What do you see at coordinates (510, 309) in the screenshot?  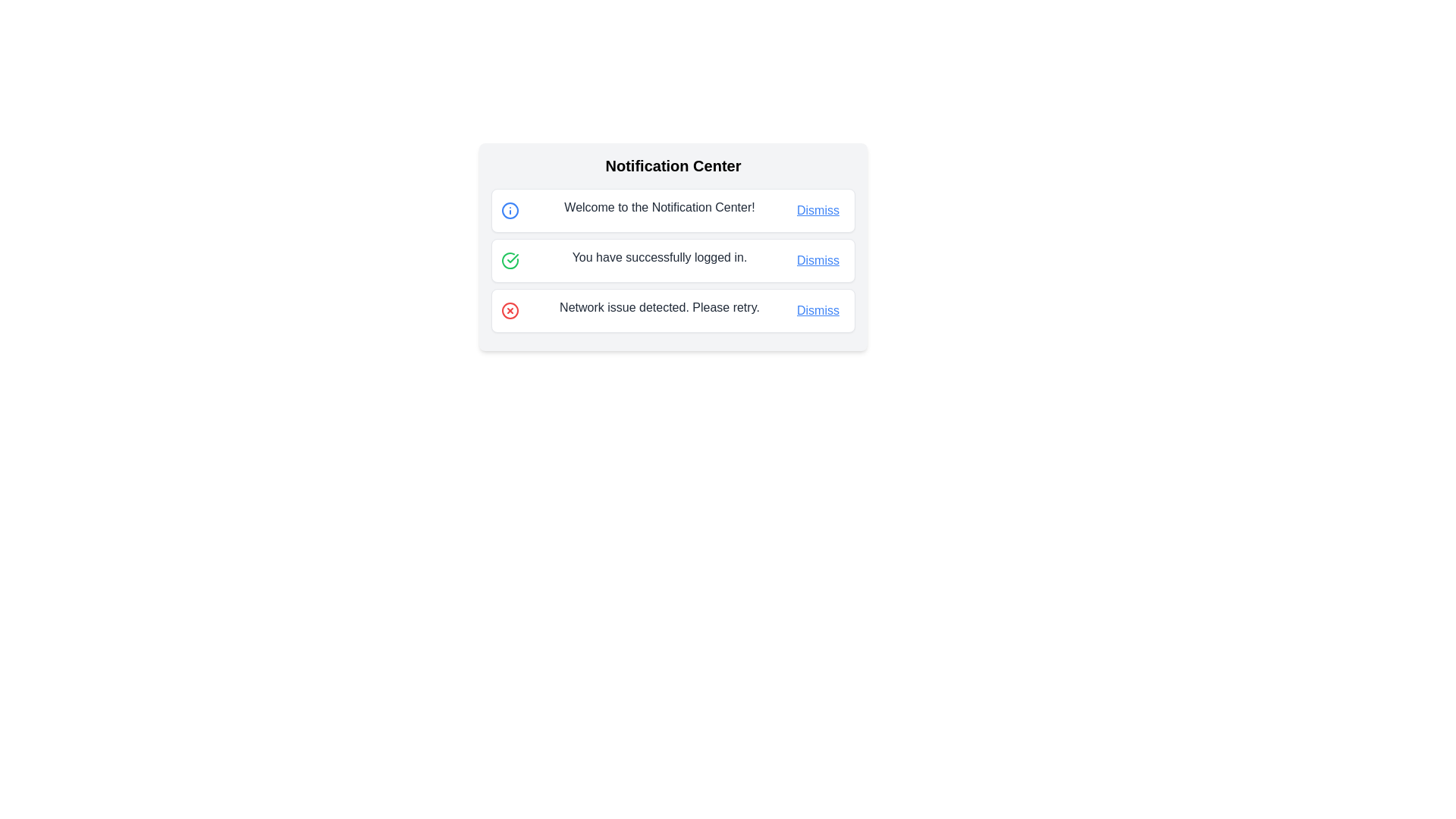 I see `the error icon located at the beginning of the third notification row in the notification center, which indicates a network issue and precedes the text 'Network issue detected. Please retry.'` at bounding box center [510, 309].